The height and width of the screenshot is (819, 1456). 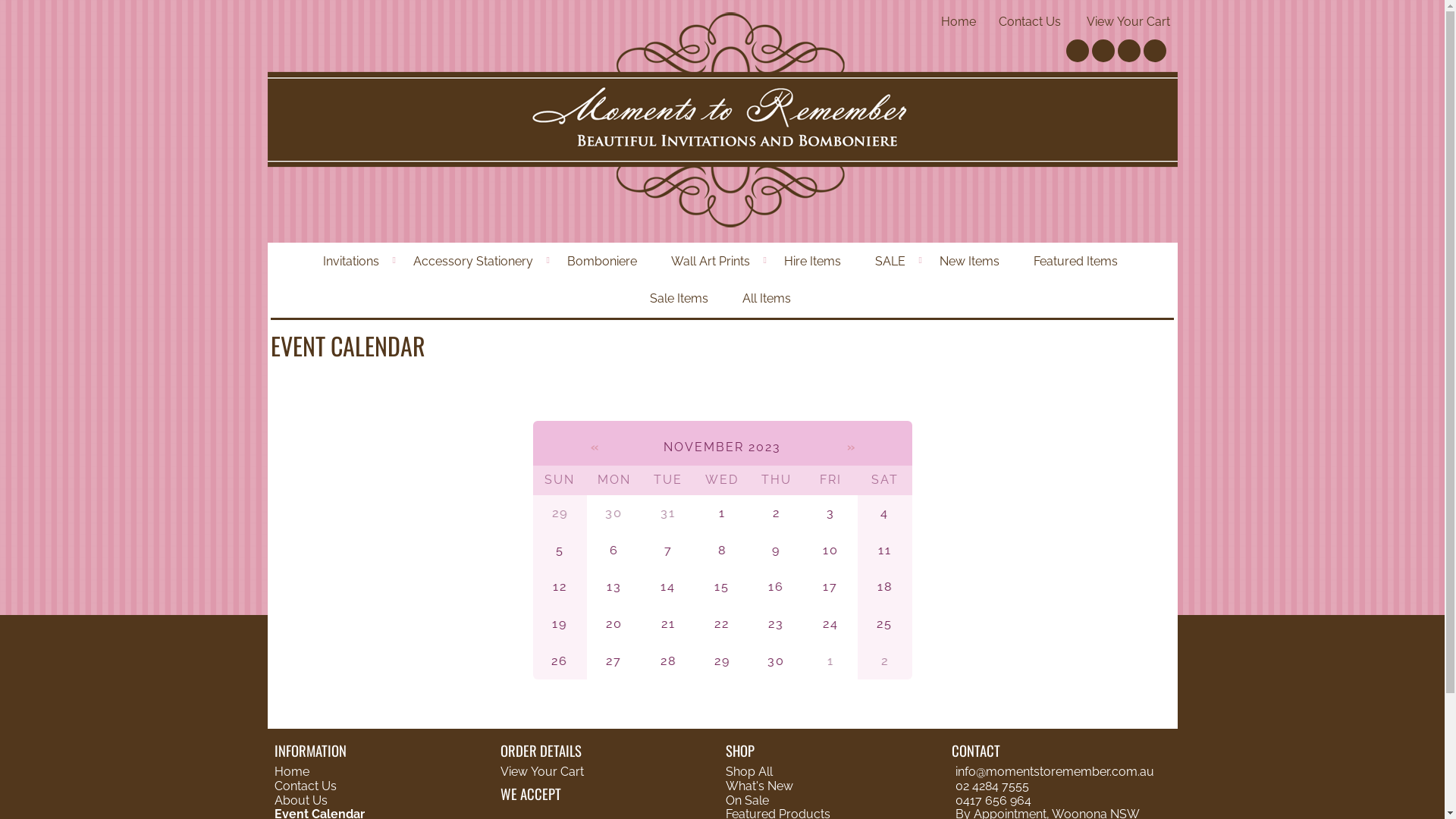 What do you see at coordinates (305, 785) in the screenshot?
I see `'Contact Us'` at bounding box center [305, 785].